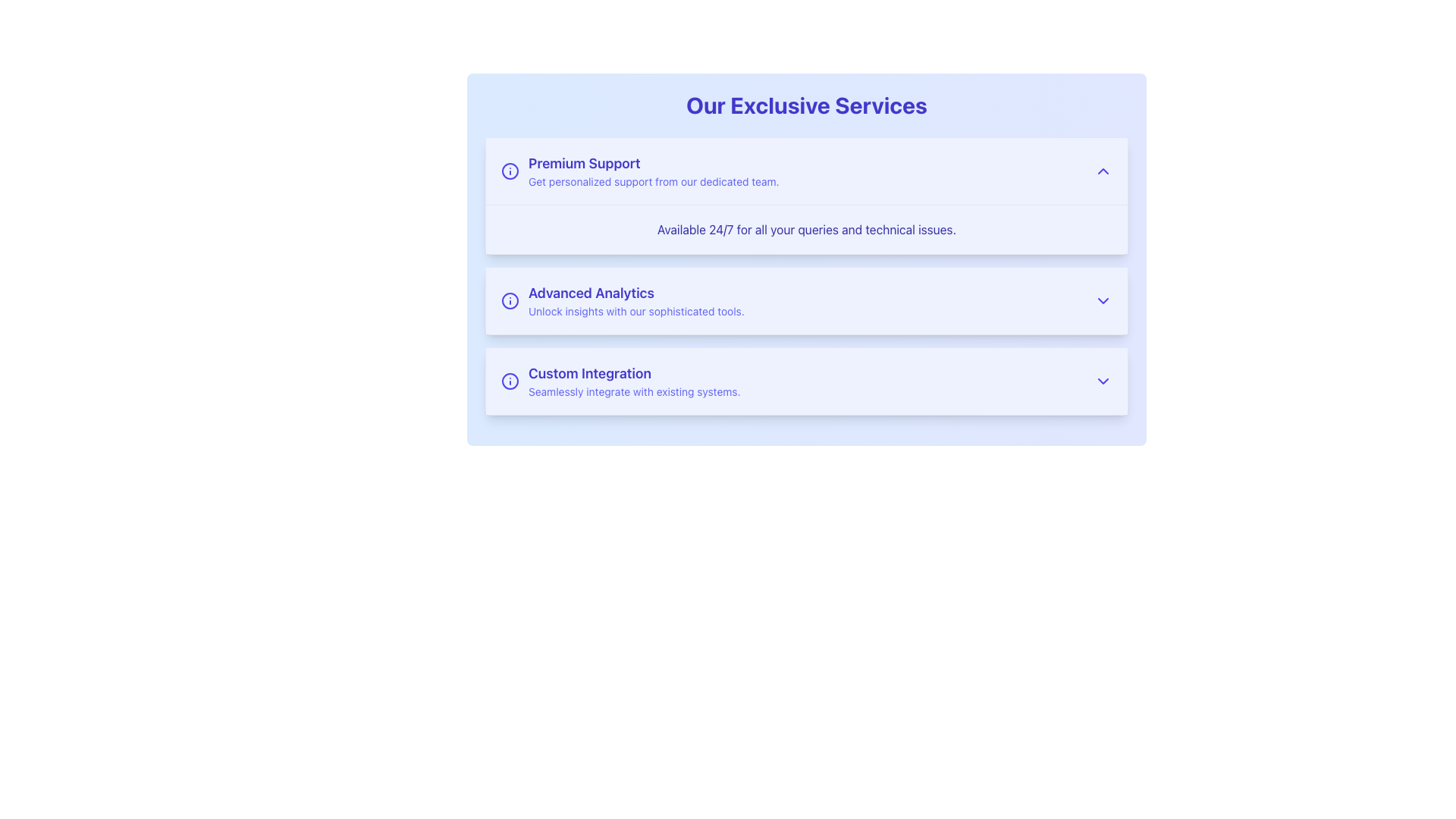 The image size is (1456, 819). Describe the element at coordinates (510, 171) in the screenshot. I see `the blue circular emblem SVG icon with an information symbol, located to the left of the 'Premium Support' header in the 'Our Exclusive Services' list` at that location.